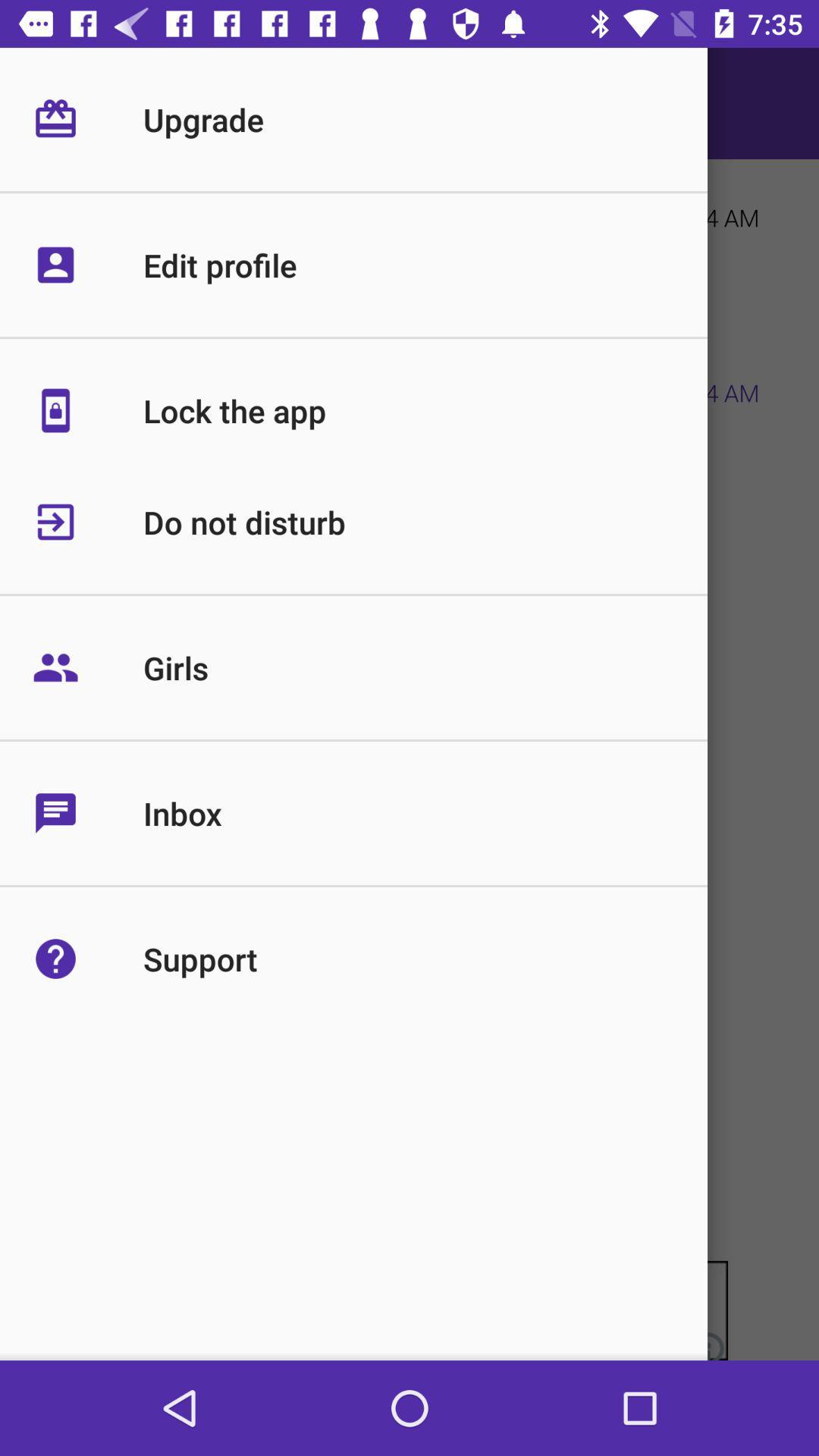 The image size is (819, 1456). I want to click on the icon which is to the left side of the girls option, so click(87, 667).